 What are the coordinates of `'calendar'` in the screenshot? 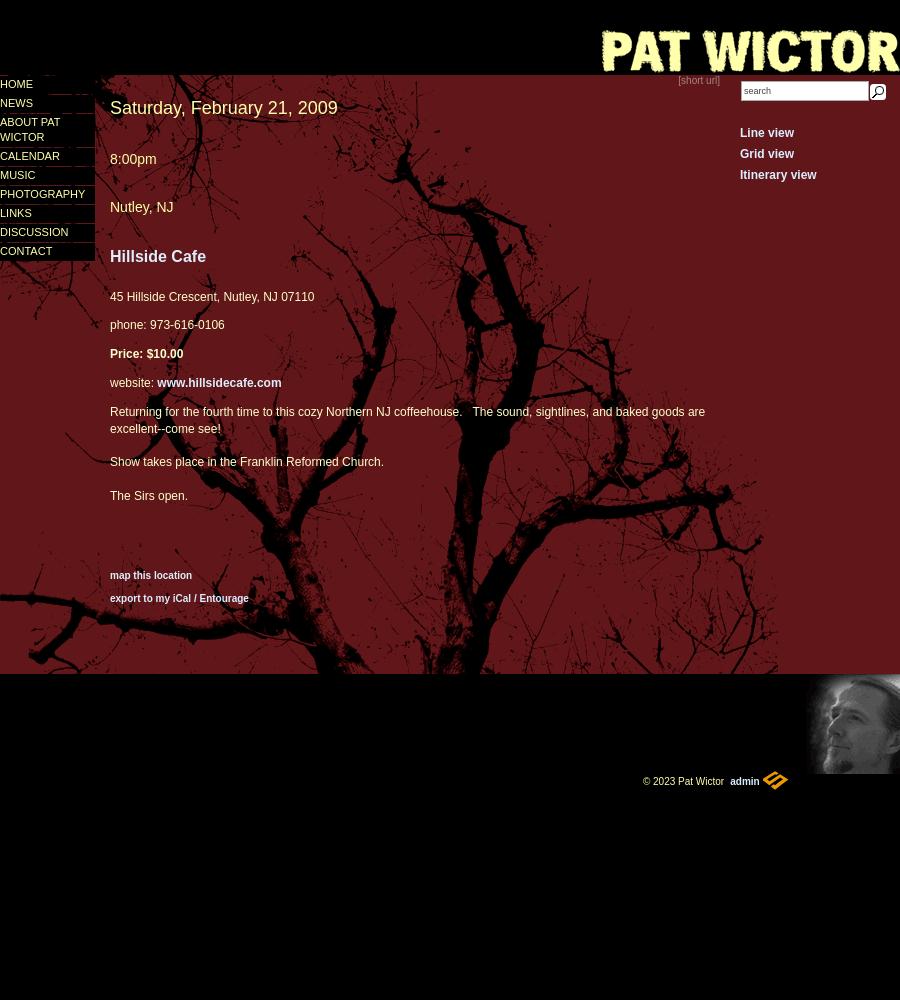 It's located at (28, 156).